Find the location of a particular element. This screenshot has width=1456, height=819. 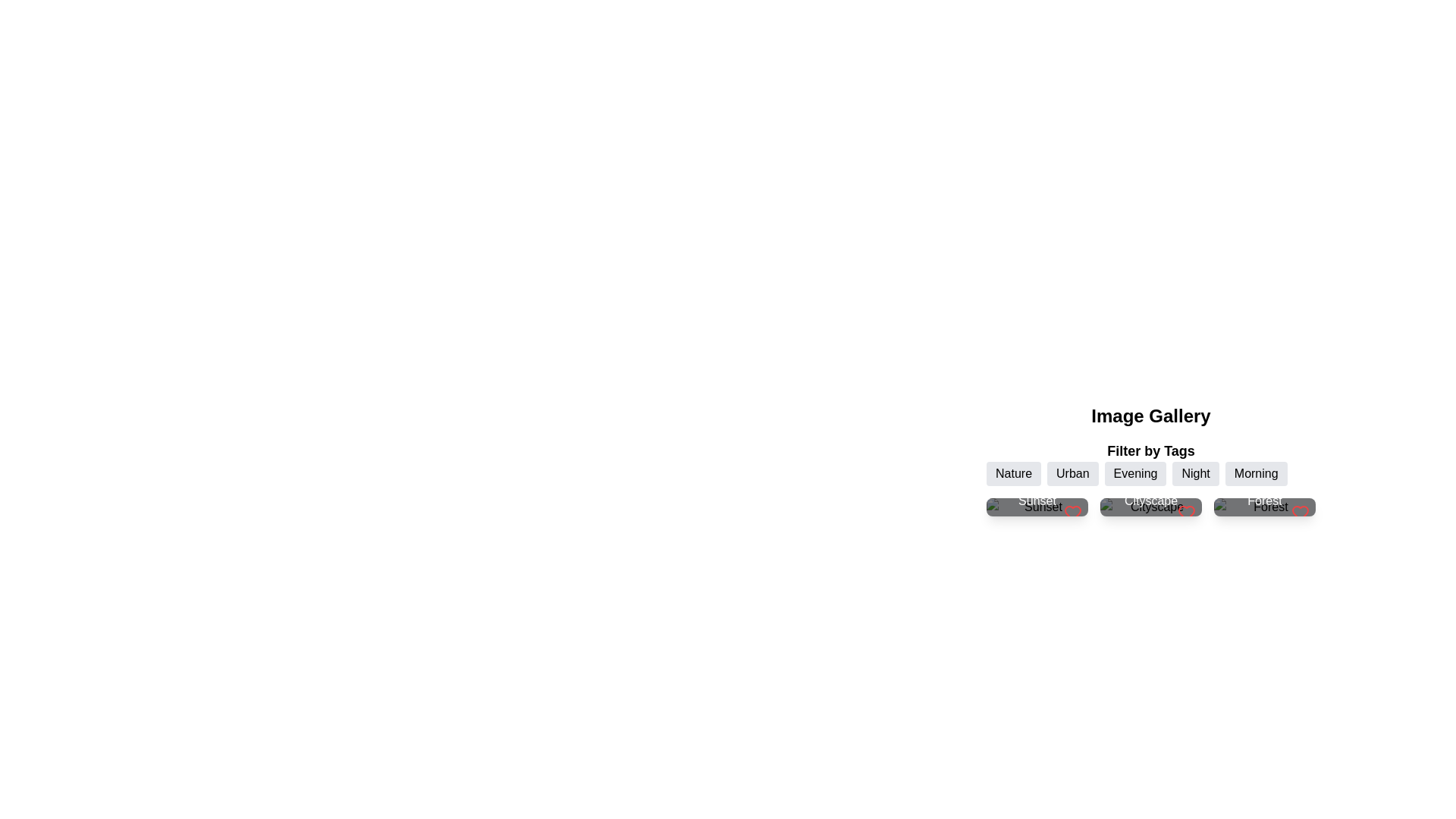

the text label displaying the title 'Forest' located at the bottom of the last image card in the 'Image Gallery' section is located at coordinates (1265, 500).